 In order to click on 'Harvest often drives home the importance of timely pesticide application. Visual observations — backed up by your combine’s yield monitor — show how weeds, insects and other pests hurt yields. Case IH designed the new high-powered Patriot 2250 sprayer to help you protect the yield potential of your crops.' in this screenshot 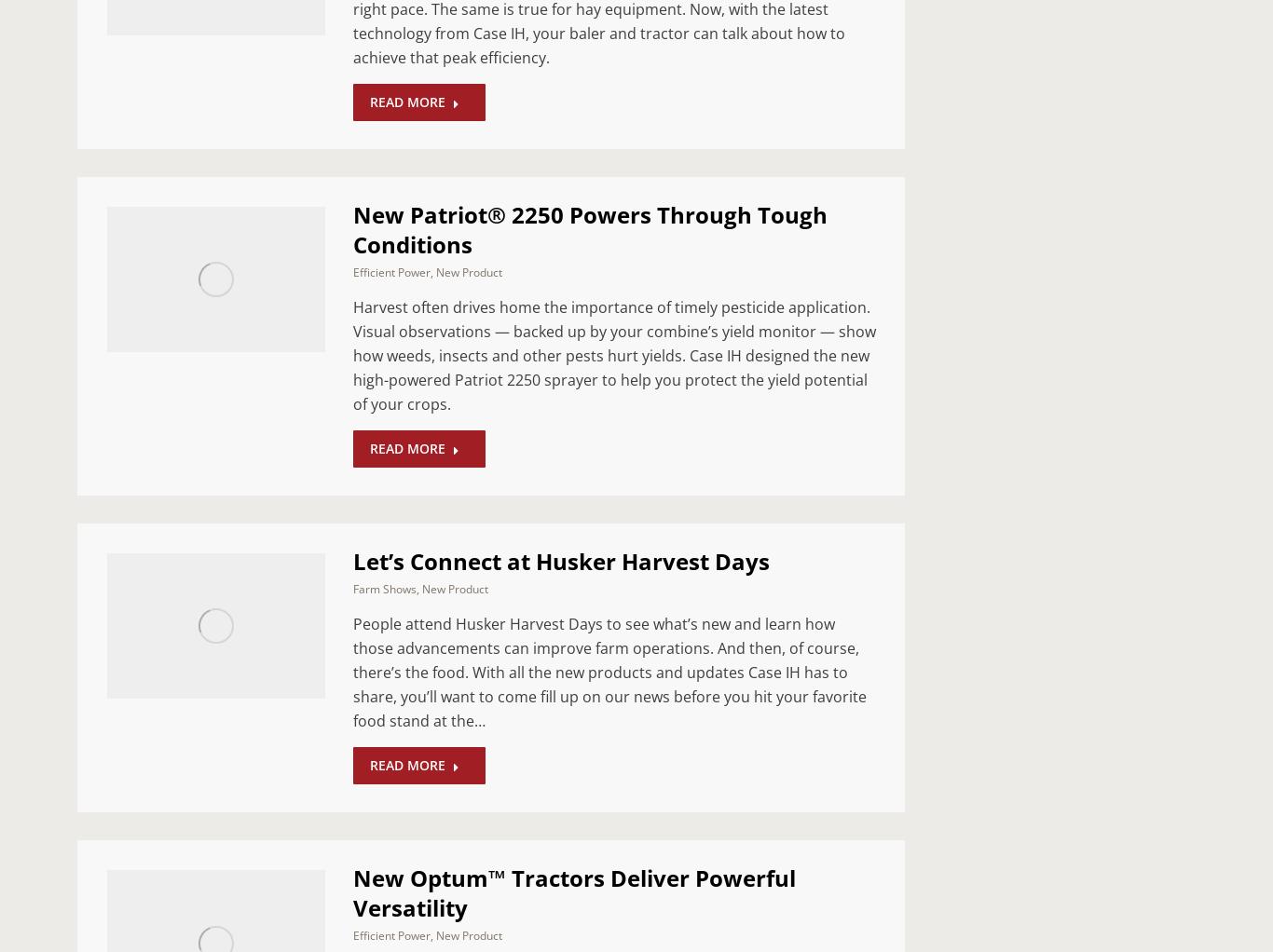, I will do `click(613, 355)`.